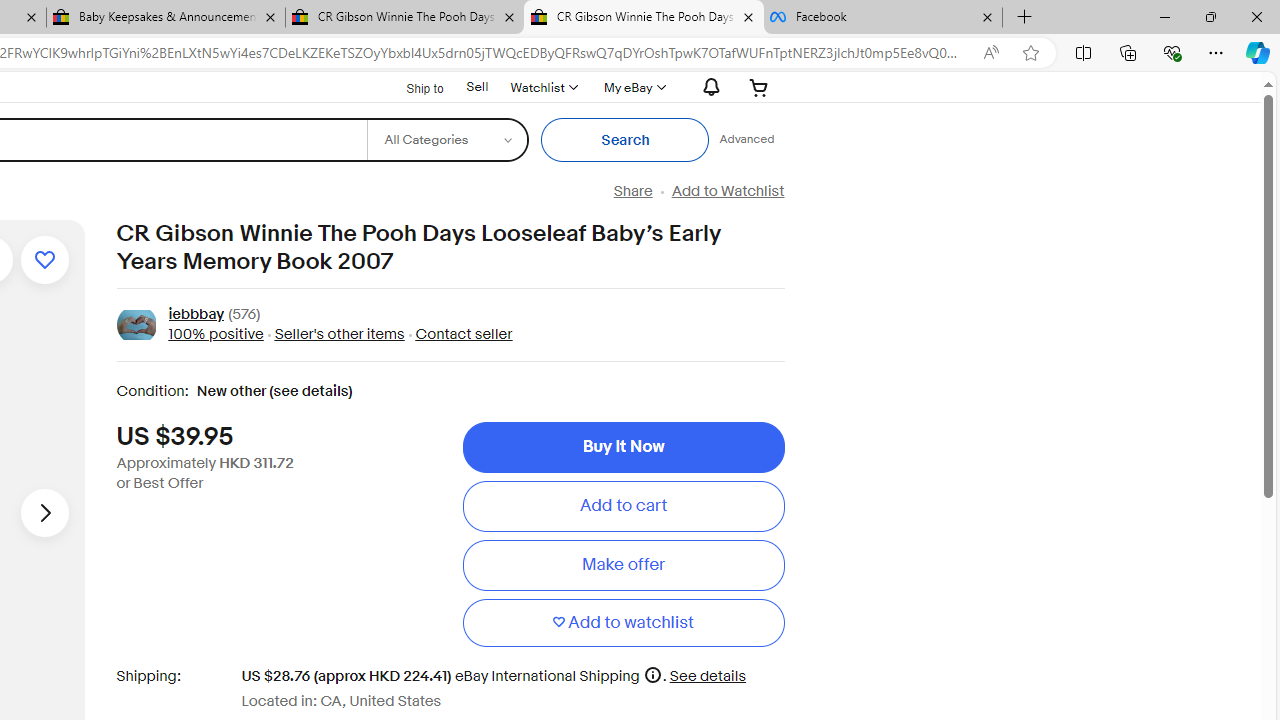 This screenshot has height=720, width=1280. Describe the element at coordinates (758, 86) in the screenshot. I see `'Your shopping cart'` at that location.